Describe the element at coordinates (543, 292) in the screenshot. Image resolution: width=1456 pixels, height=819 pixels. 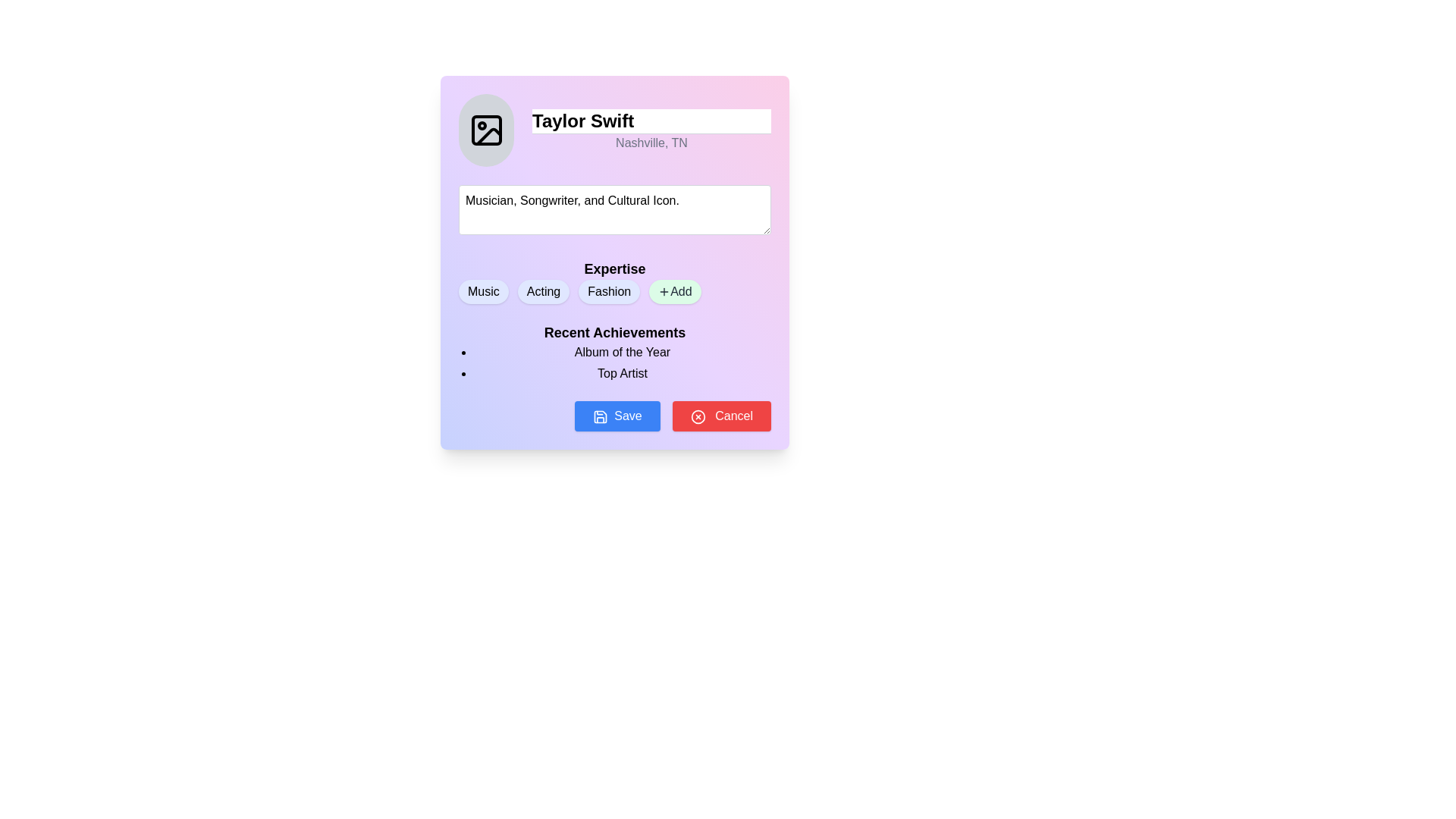
I see `the 'Acting' tag which is the second element in the horizontal arrangement of tags under the 'Expertise' section, positioned between the 'Music' and 'Fashion' tags` at that location.